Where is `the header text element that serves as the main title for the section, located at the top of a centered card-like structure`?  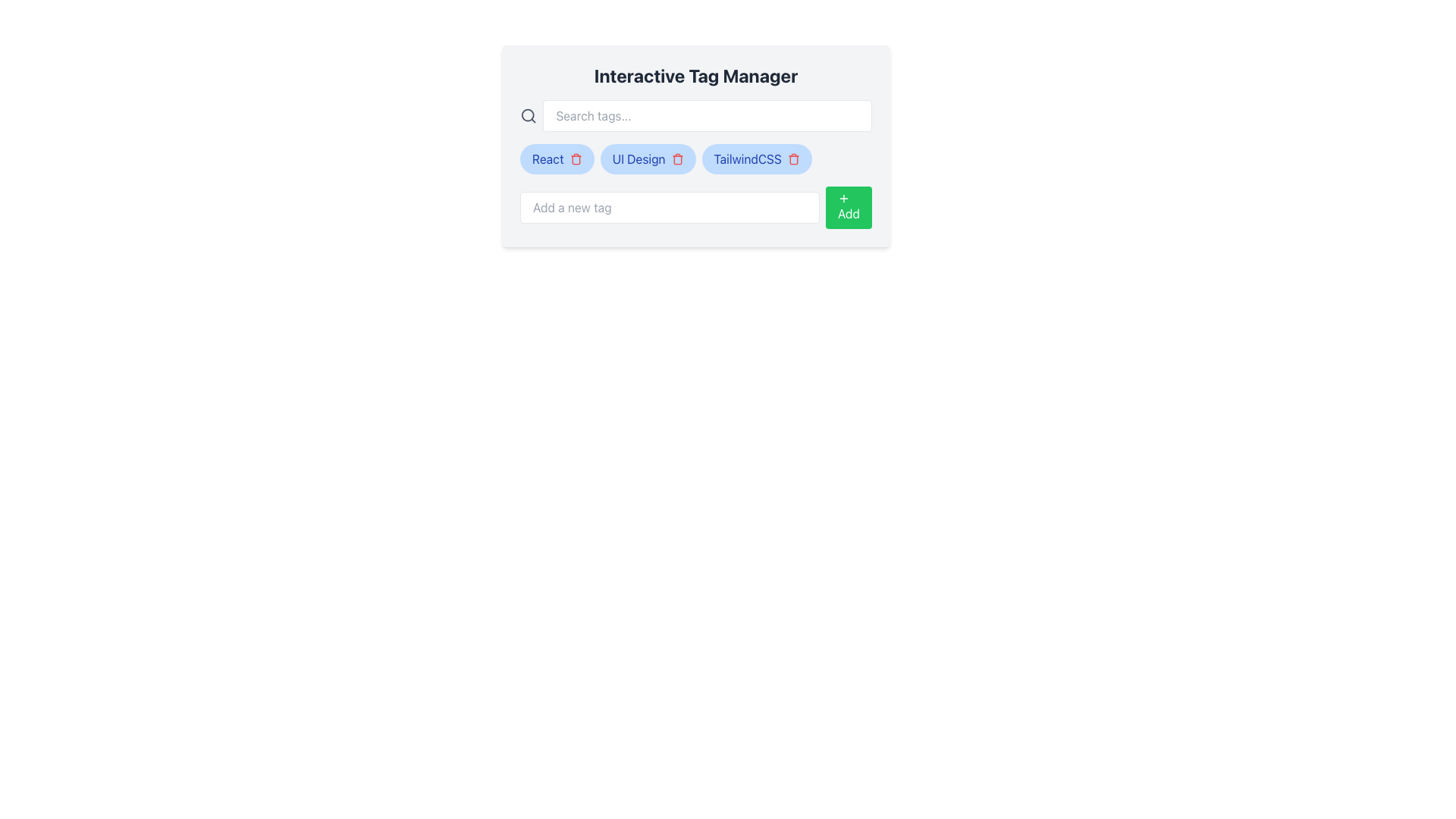
the header text element that serves as the main title for the section, located at the top of a centered card-like structure is located at coordinates (695, 76).